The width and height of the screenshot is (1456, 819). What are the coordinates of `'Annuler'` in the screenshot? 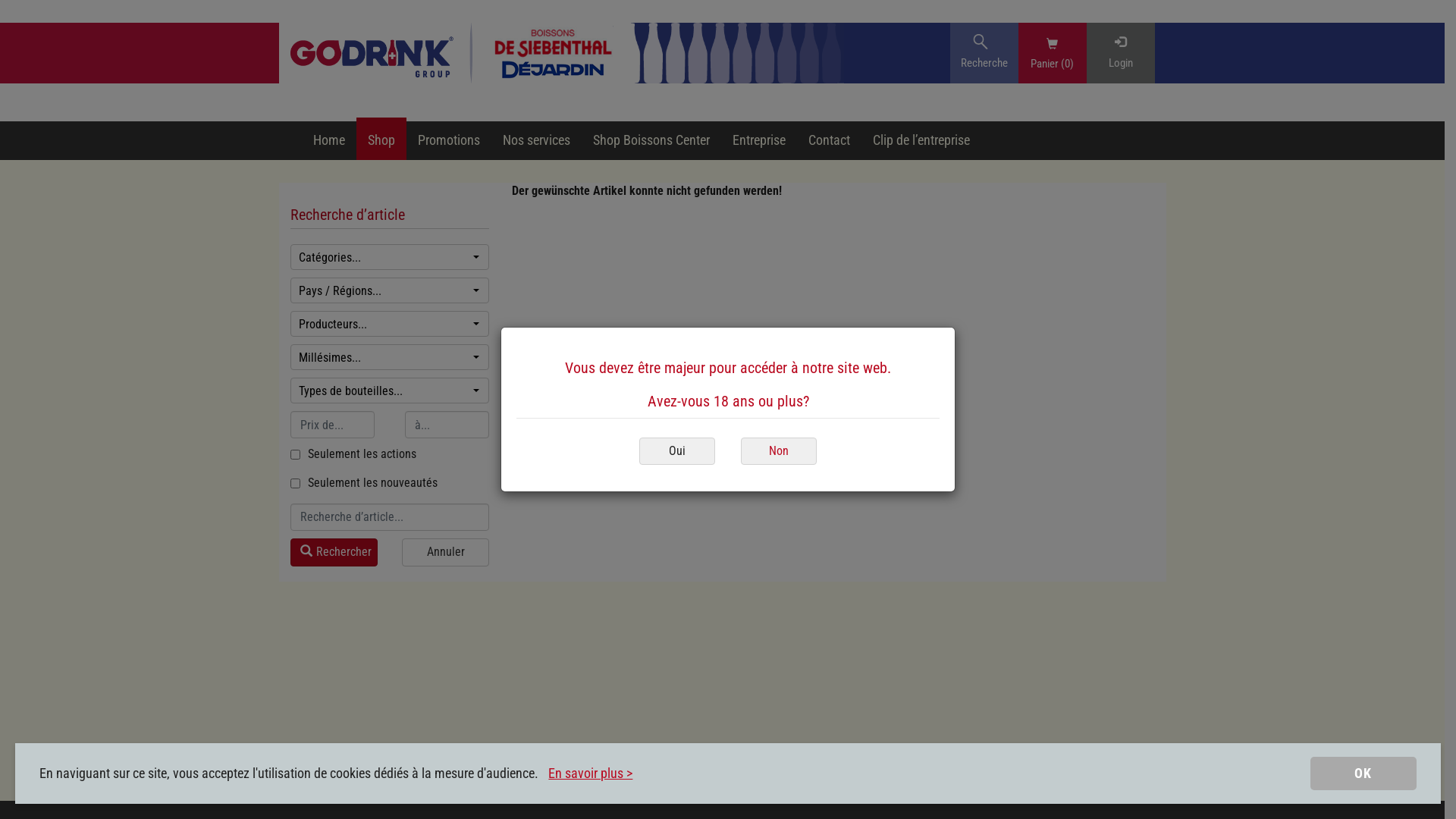 It's located at (444, 552).